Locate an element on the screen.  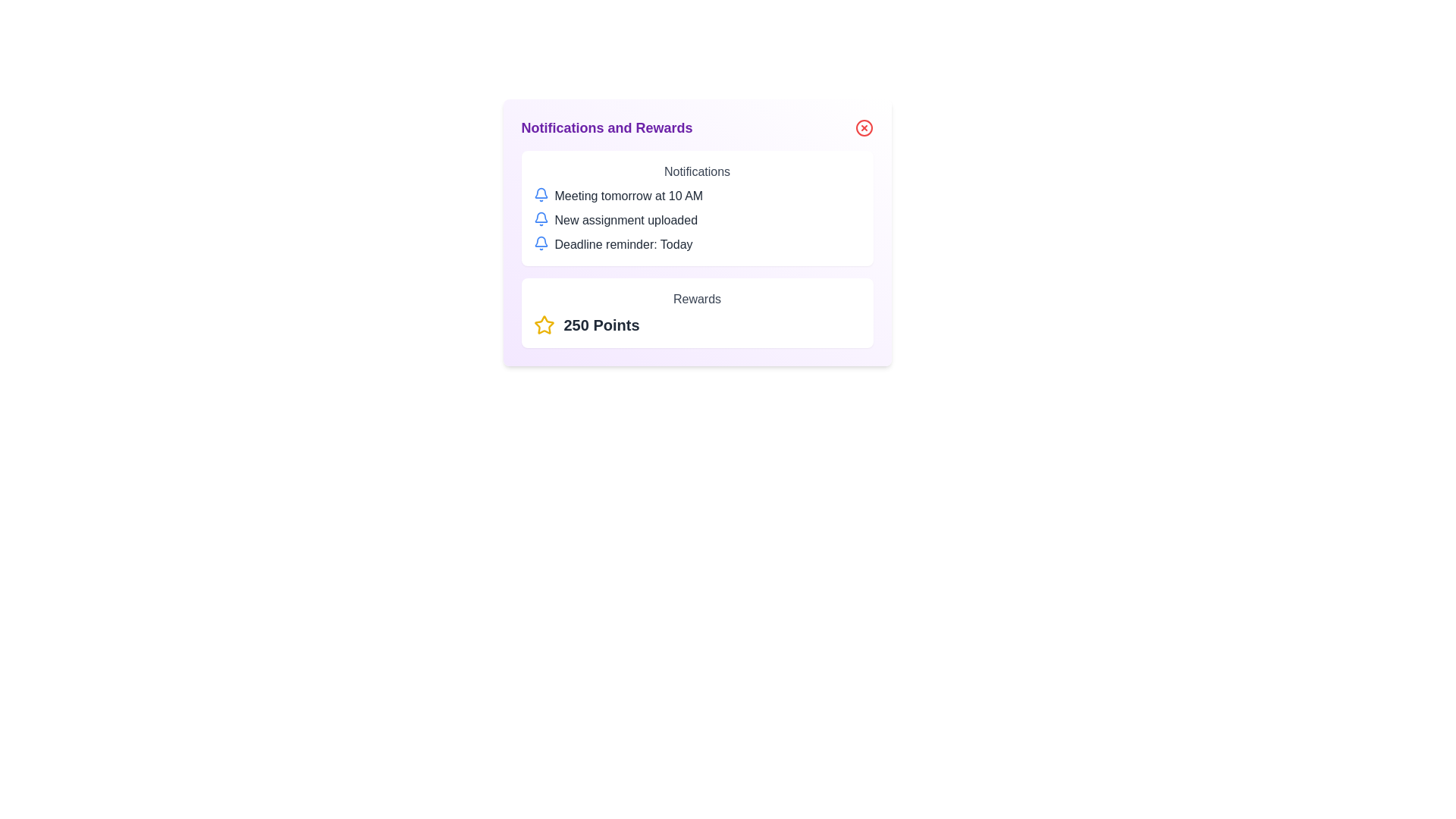
text of the notification label reminding the user of today's deadline, positioned in the center of the notification area as the third notification in the list is located at coordinates (623, 244).